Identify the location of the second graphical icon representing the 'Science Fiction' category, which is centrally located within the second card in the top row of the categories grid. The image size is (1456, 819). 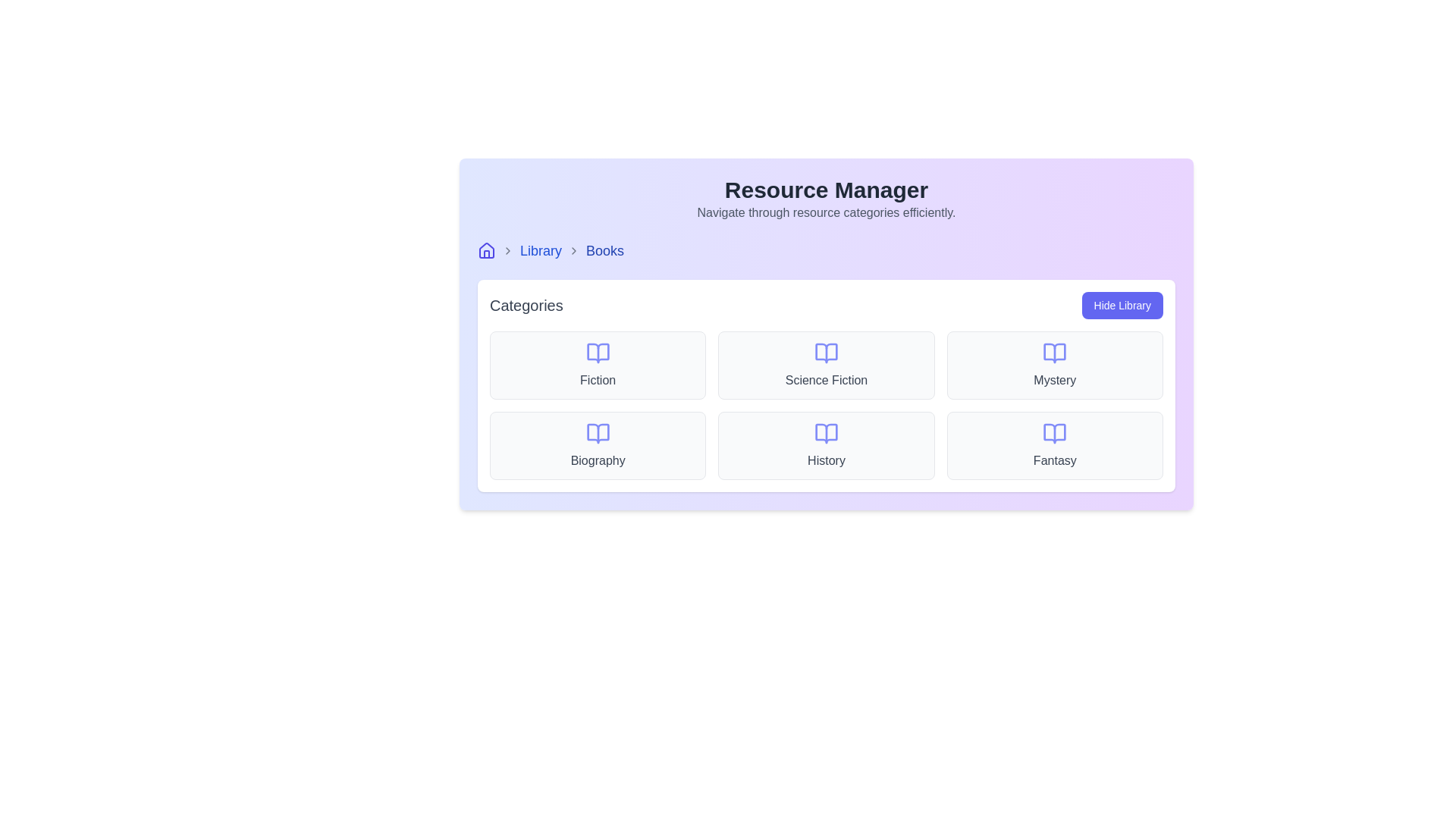
(825, 353).